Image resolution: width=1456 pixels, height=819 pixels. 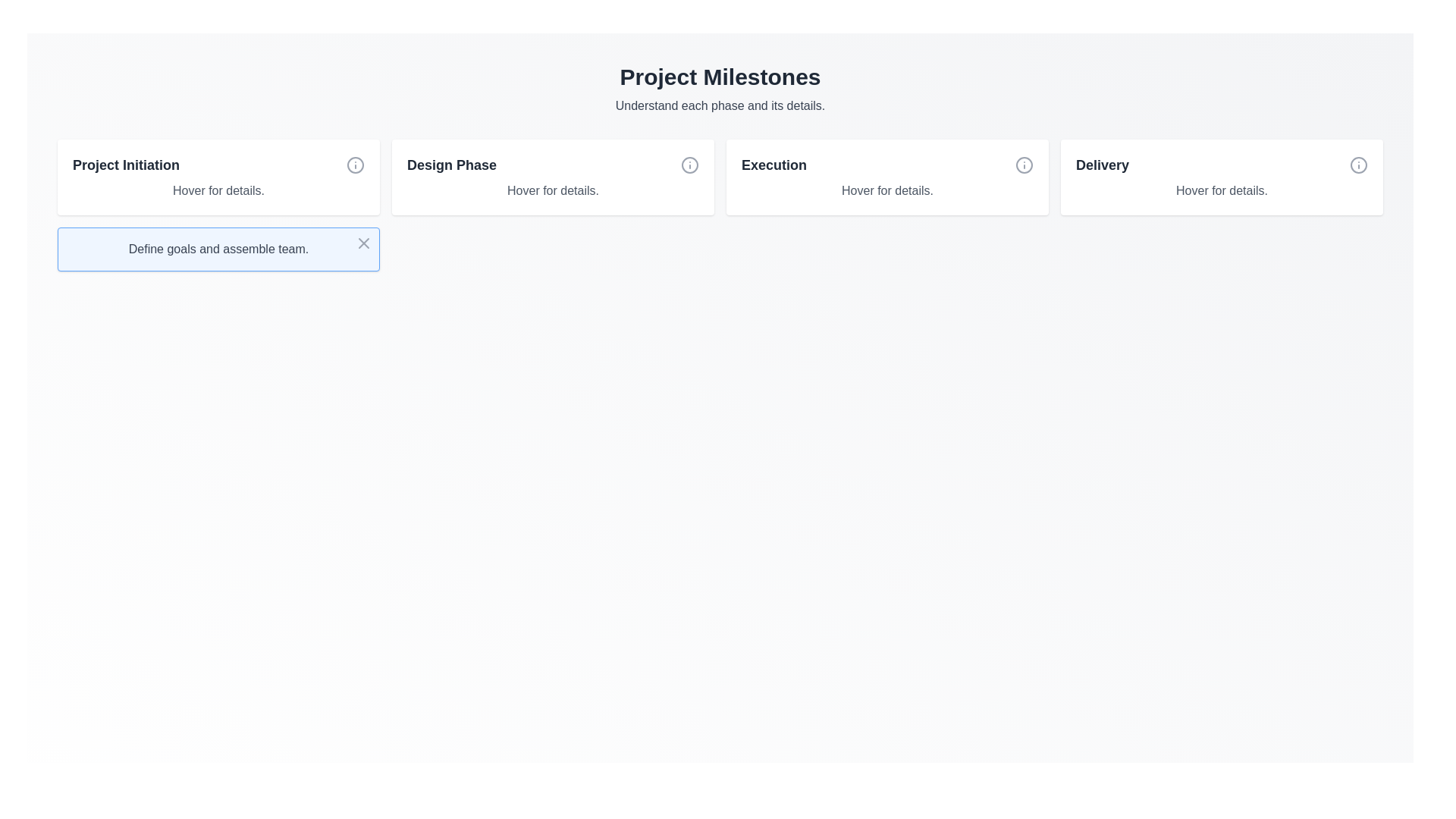 What do you see at coordinates (355, 165) in the screenshot?
I see `the circular SVG icon with a gray outer circle and a small dot inside, located to the right of the text 'Project Initiation'` at bounding box center [355, 165].